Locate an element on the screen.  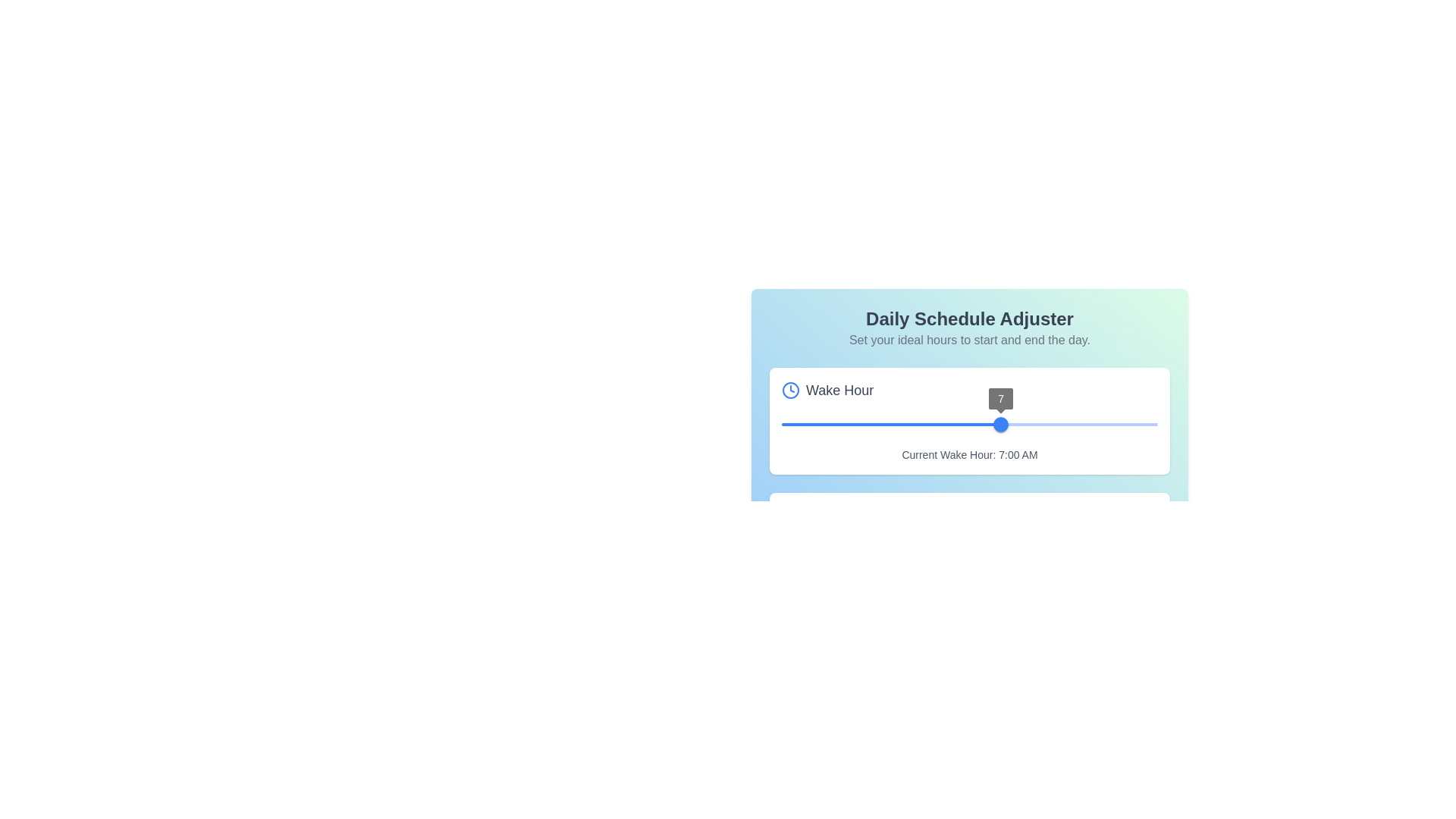
the wake hour is located at coordinates (812, 424).